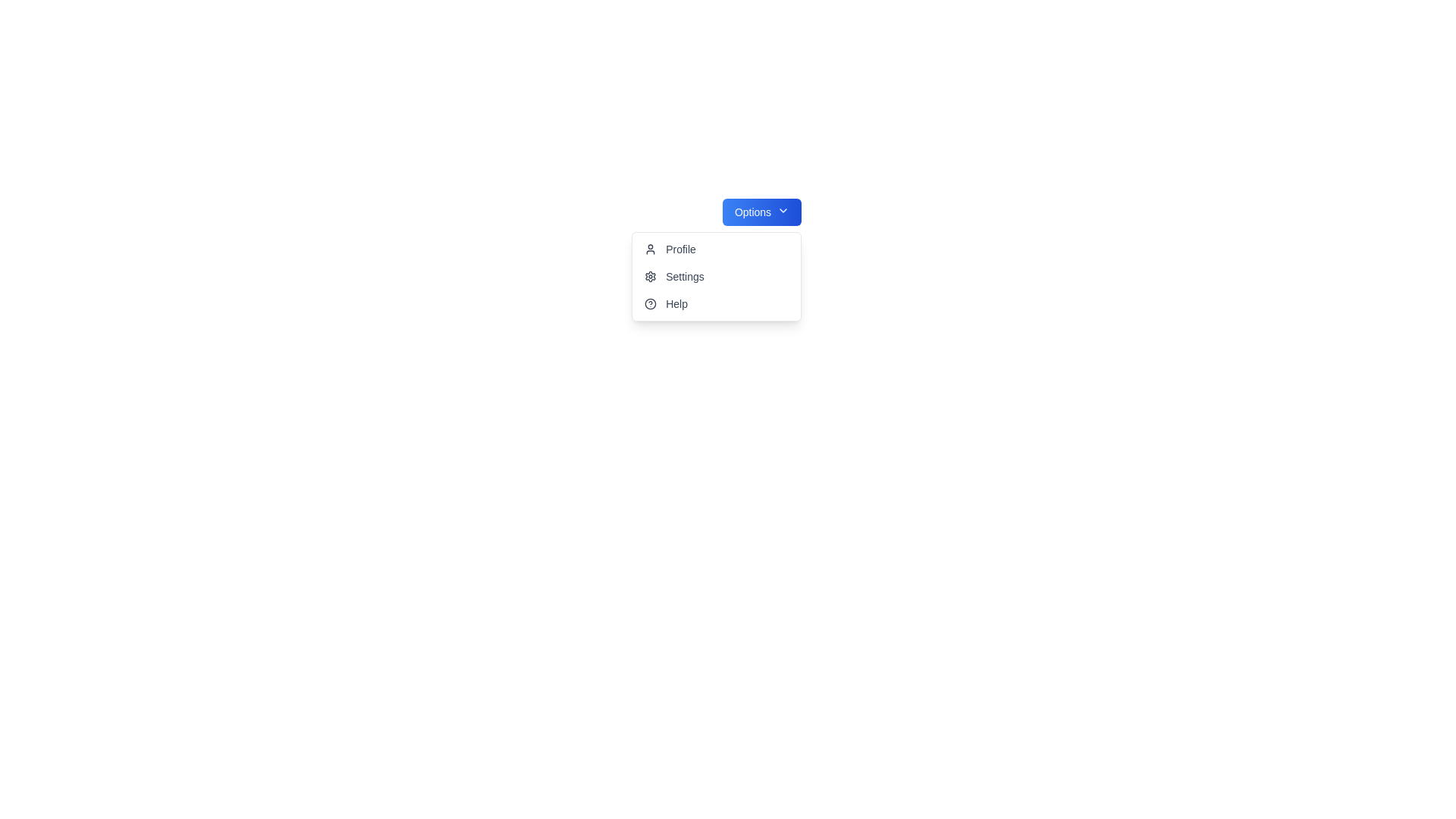 The image size is (1456, 819). I want to click on the dropdown indicator icon located to the right of the 'Options' button, so click(783, 210).